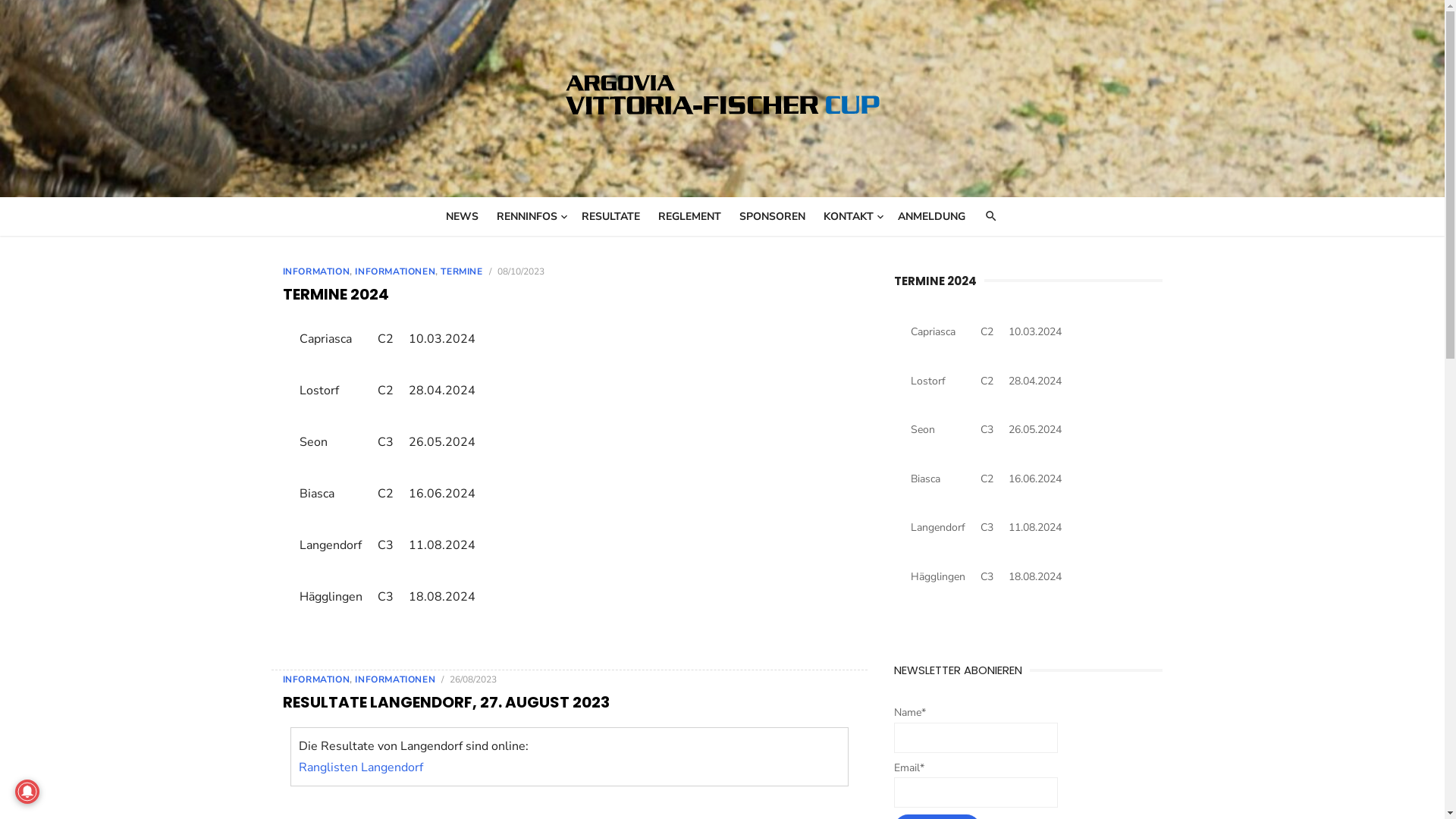  What do you see at coordinates (460, 271) in the screenshot?
I see `'TERMINE'` at bounding box center [460, 271].